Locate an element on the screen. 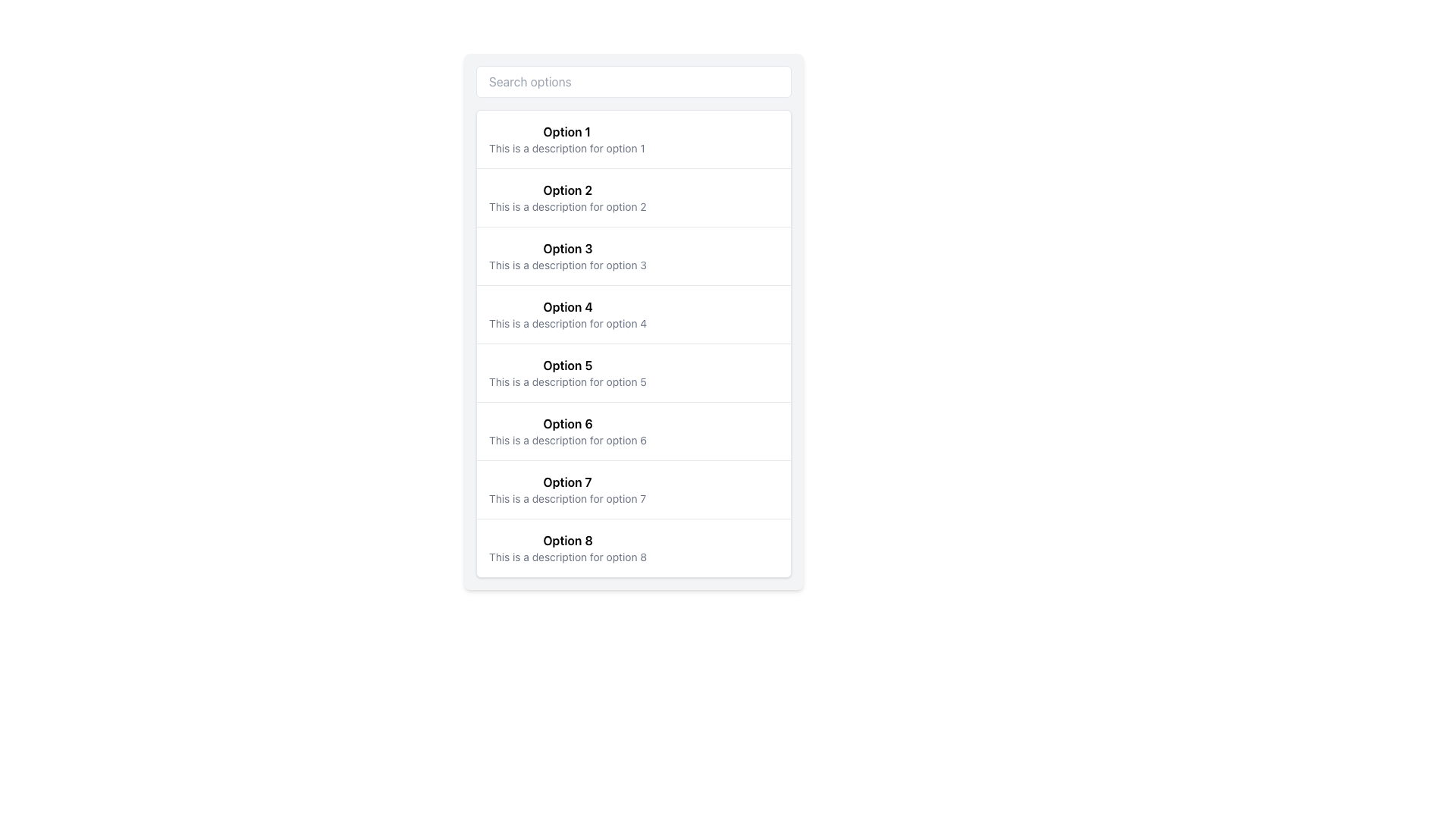 Image resolution: width=1456 pixels, height=819 pixels. descriptive text located under the title 'Option 6' in the sixth item of the list to understand more details about the option is located at coordinates (566, 441).